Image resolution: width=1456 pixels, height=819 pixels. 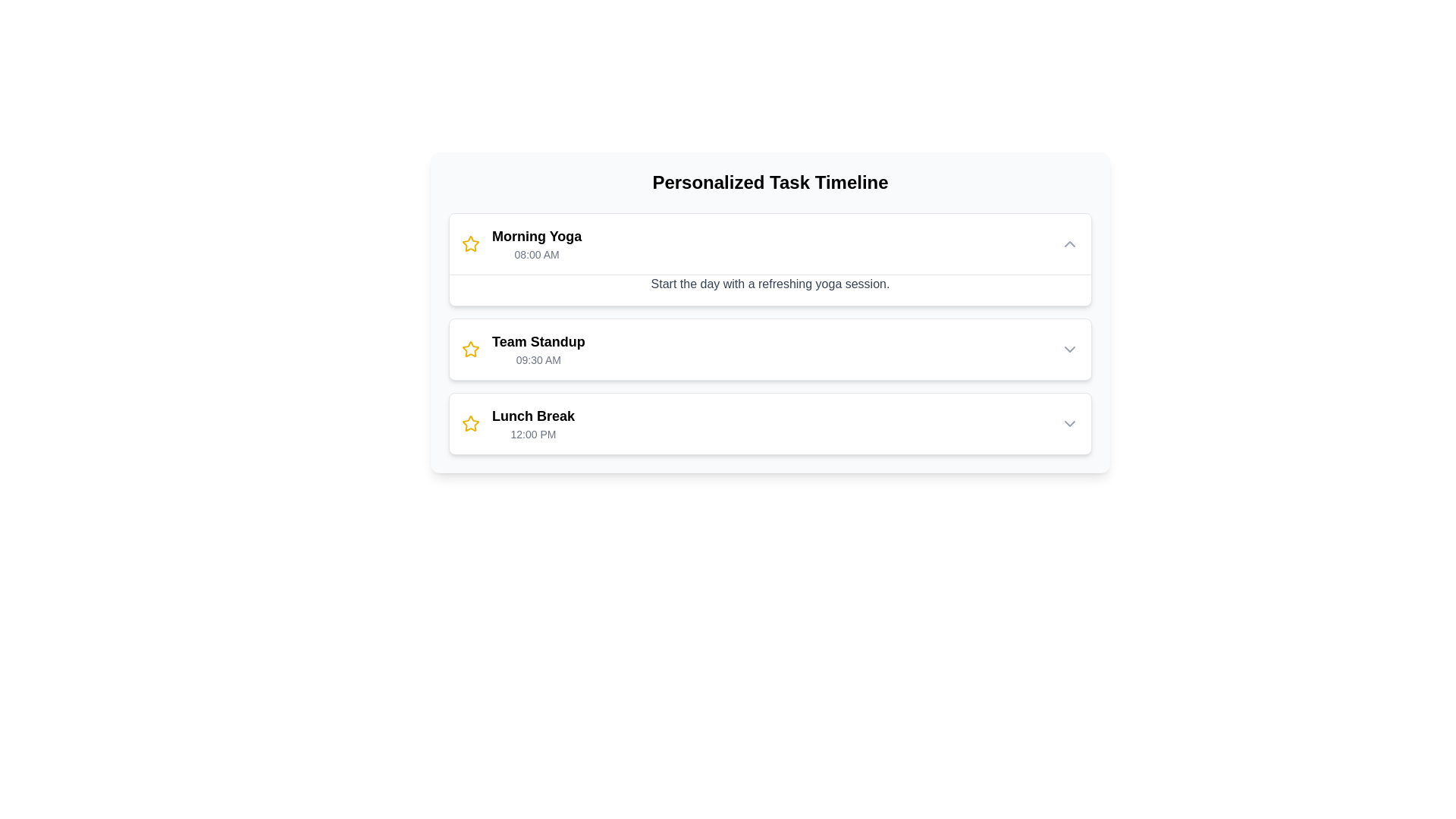 I want to click on the text label displaying '08:00 AM', which is styled in light gray and positioned below the bold text 'Morning Yoga', so click(x=537, y=253).